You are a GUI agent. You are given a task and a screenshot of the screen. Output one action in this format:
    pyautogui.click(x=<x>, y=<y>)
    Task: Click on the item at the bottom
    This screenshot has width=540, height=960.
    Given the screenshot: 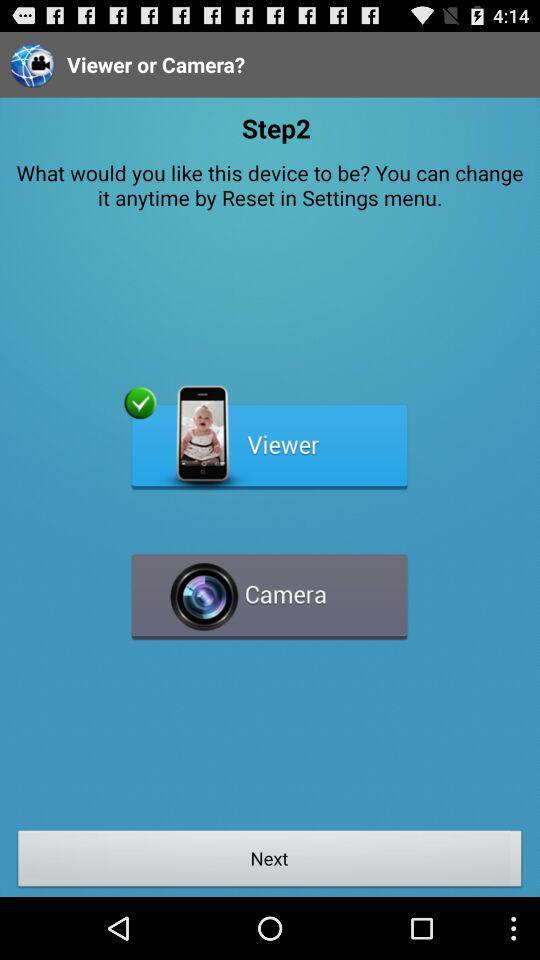 What is the action you would take?
    pyautogui.click(x=270, y=860)
    